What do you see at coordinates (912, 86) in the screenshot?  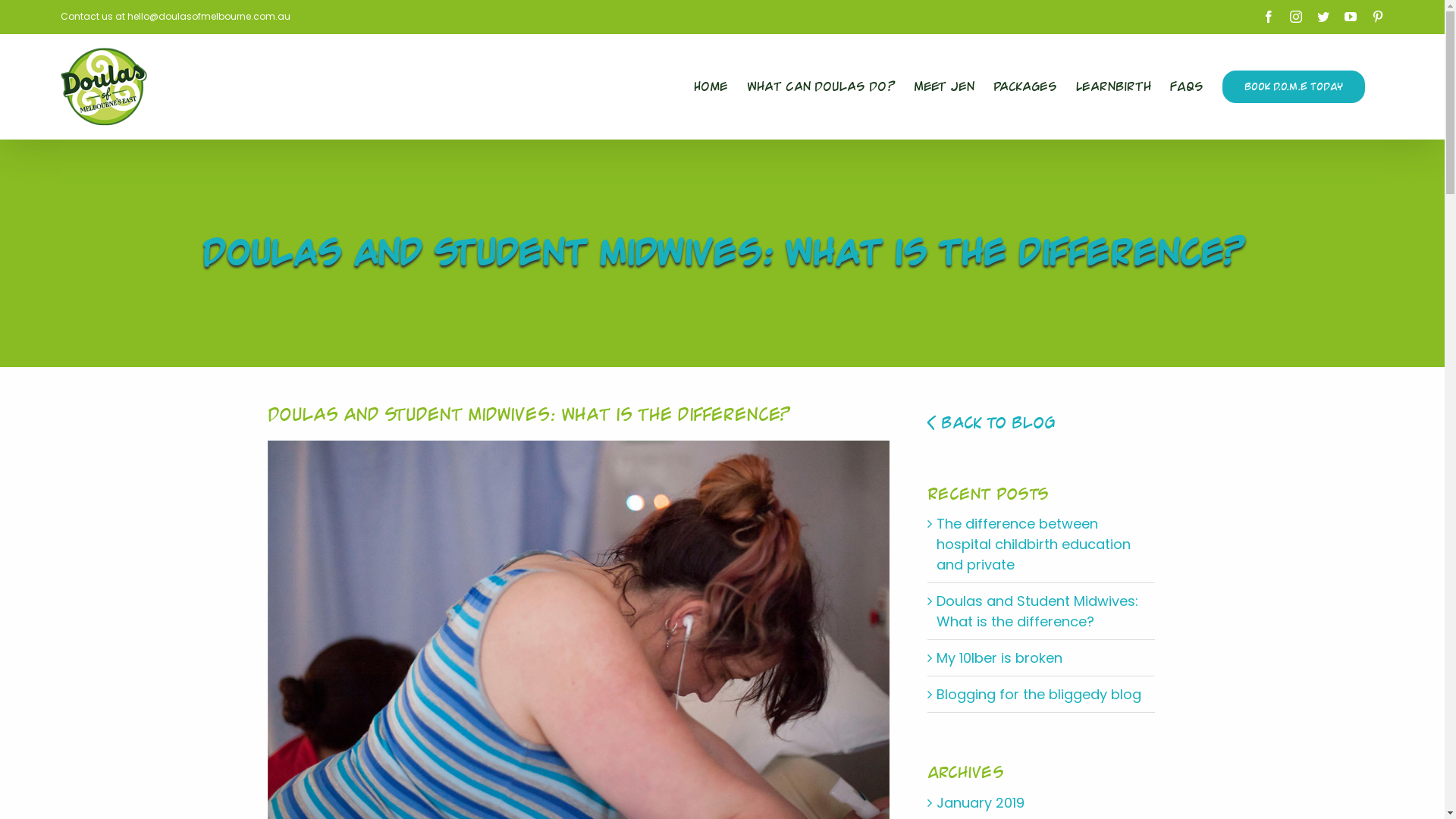 I see `'Meet Jen'` at bounding box center [912, 86].